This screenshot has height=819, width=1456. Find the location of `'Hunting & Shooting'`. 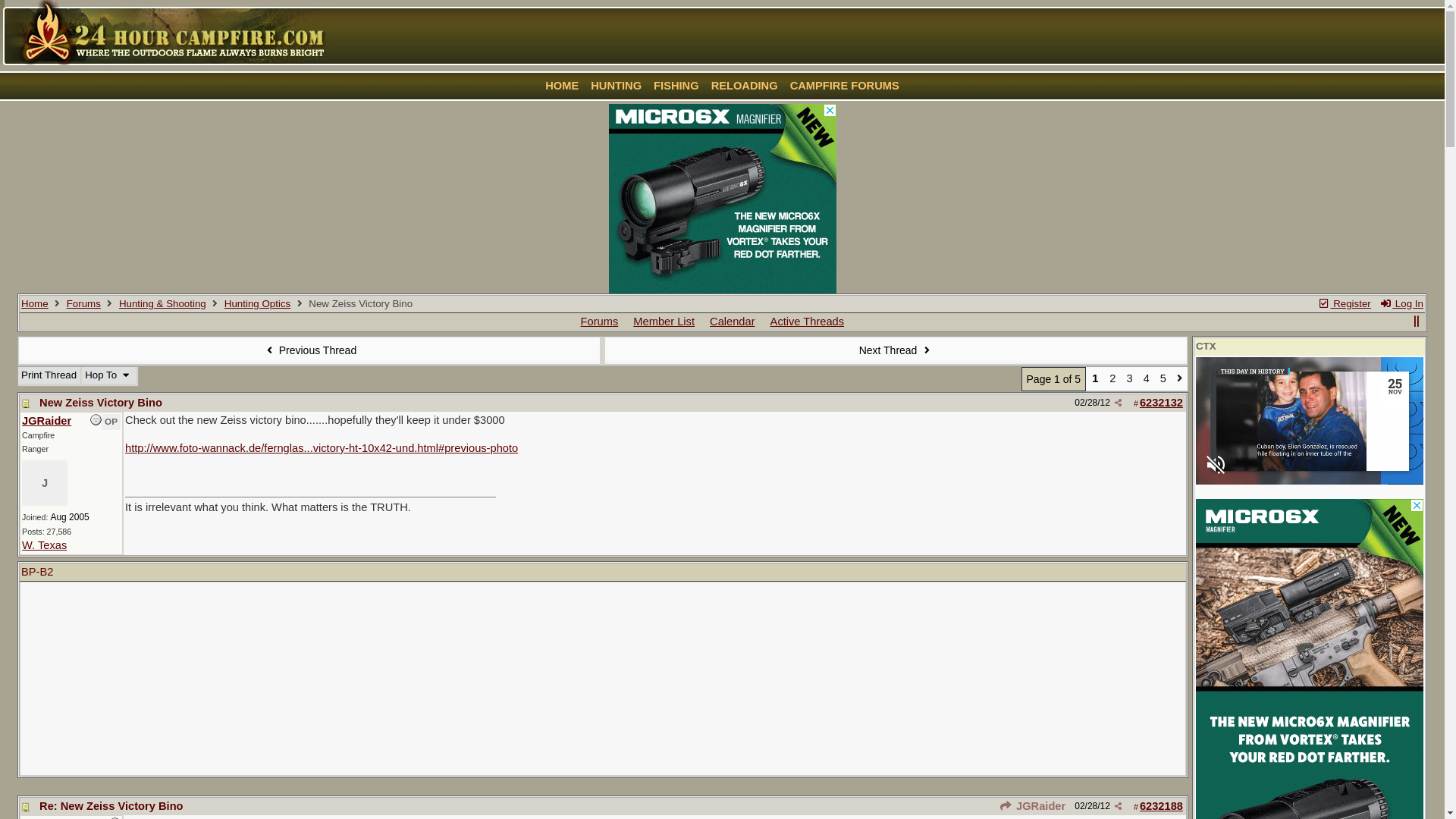

'Hunting & Shooting' is located at coordinates (118, 303).